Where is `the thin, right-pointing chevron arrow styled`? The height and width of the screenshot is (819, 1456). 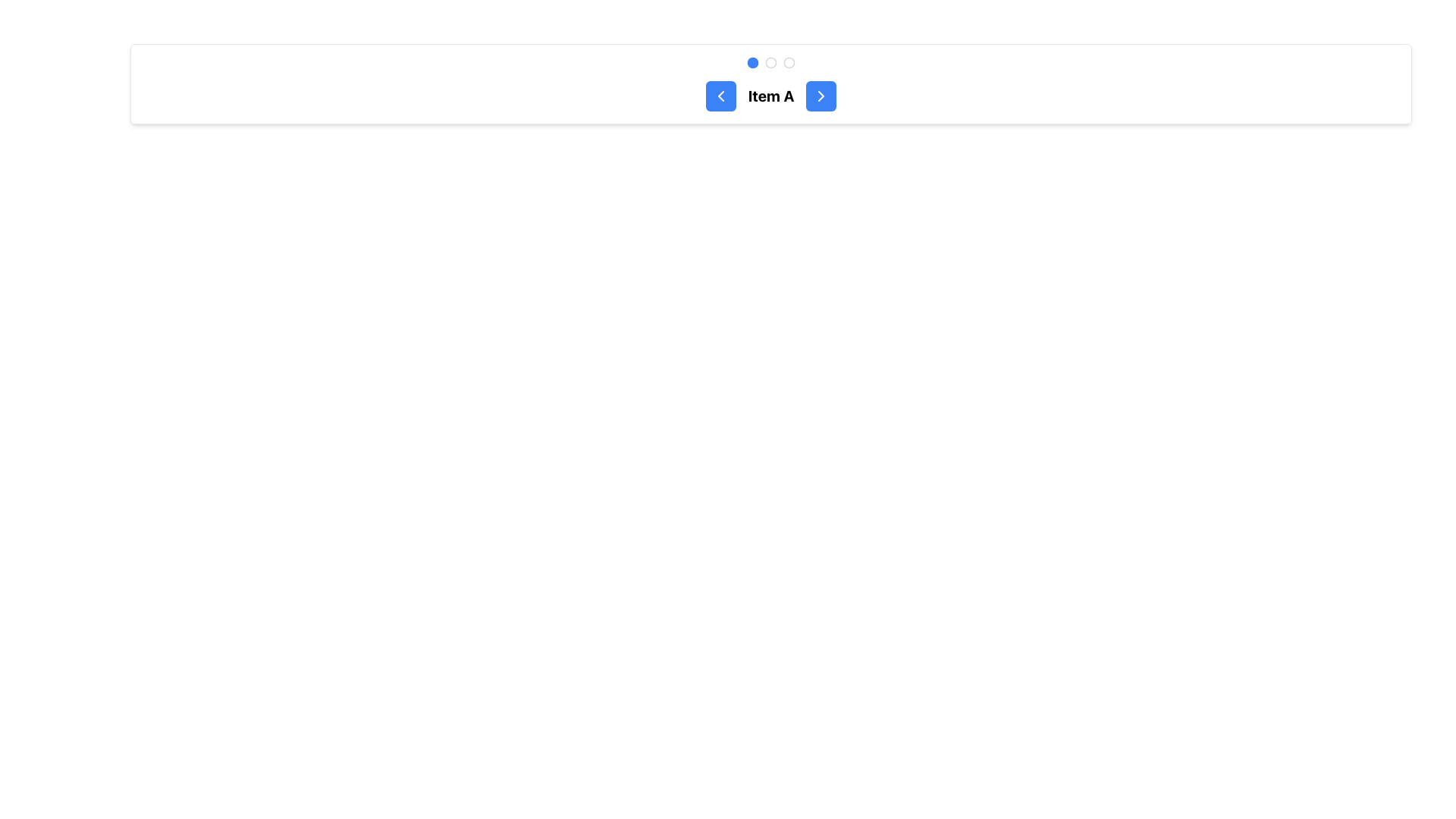 the thin, right-pointing chevron arrow styled is located at coordinates (821, 96).